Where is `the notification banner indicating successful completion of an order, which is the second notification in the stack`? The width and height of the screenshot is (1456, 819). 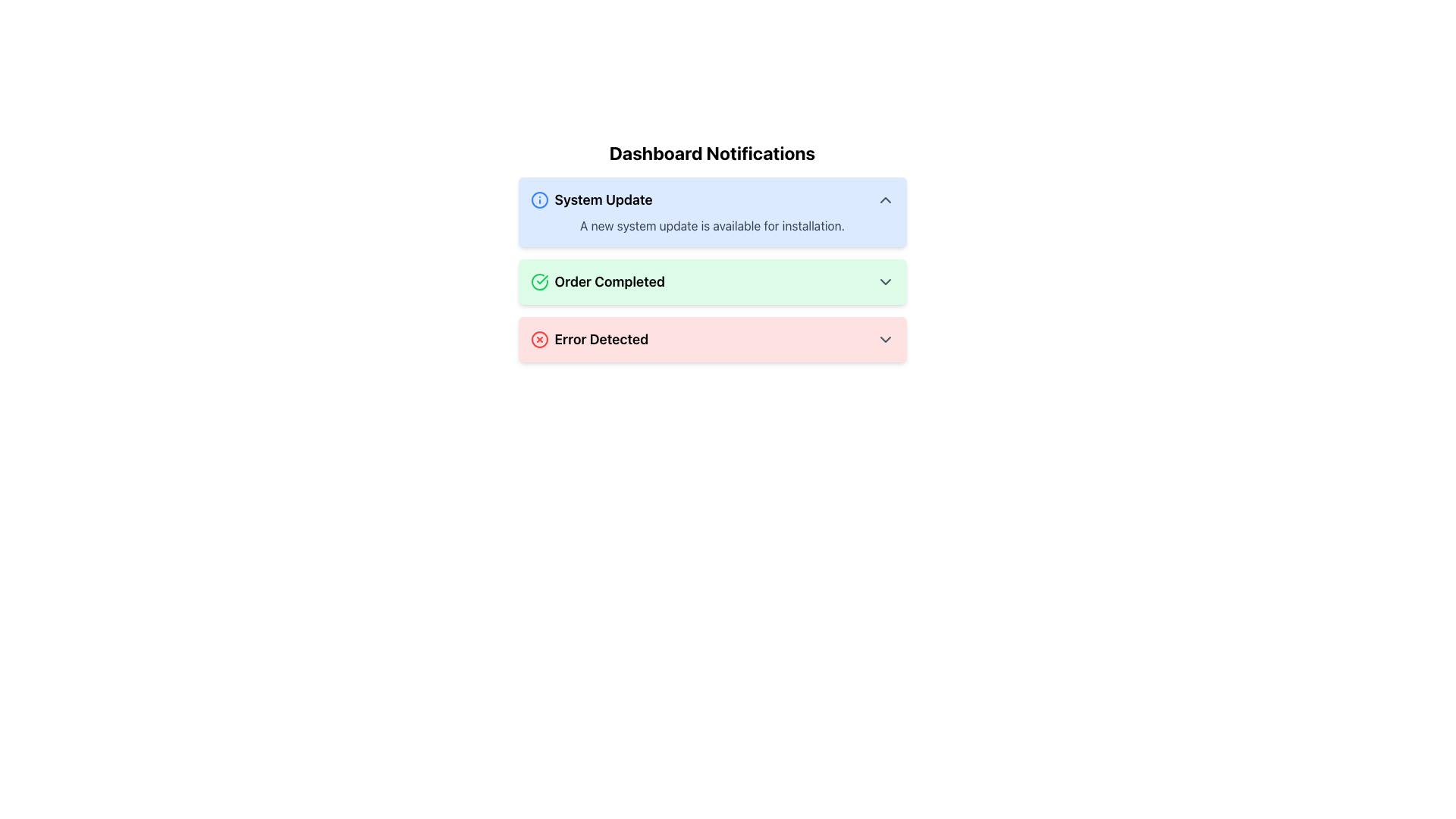
the notification banner indicating successful completion of an order, which is the second notification in the stack is located at coordinates (711, 281).